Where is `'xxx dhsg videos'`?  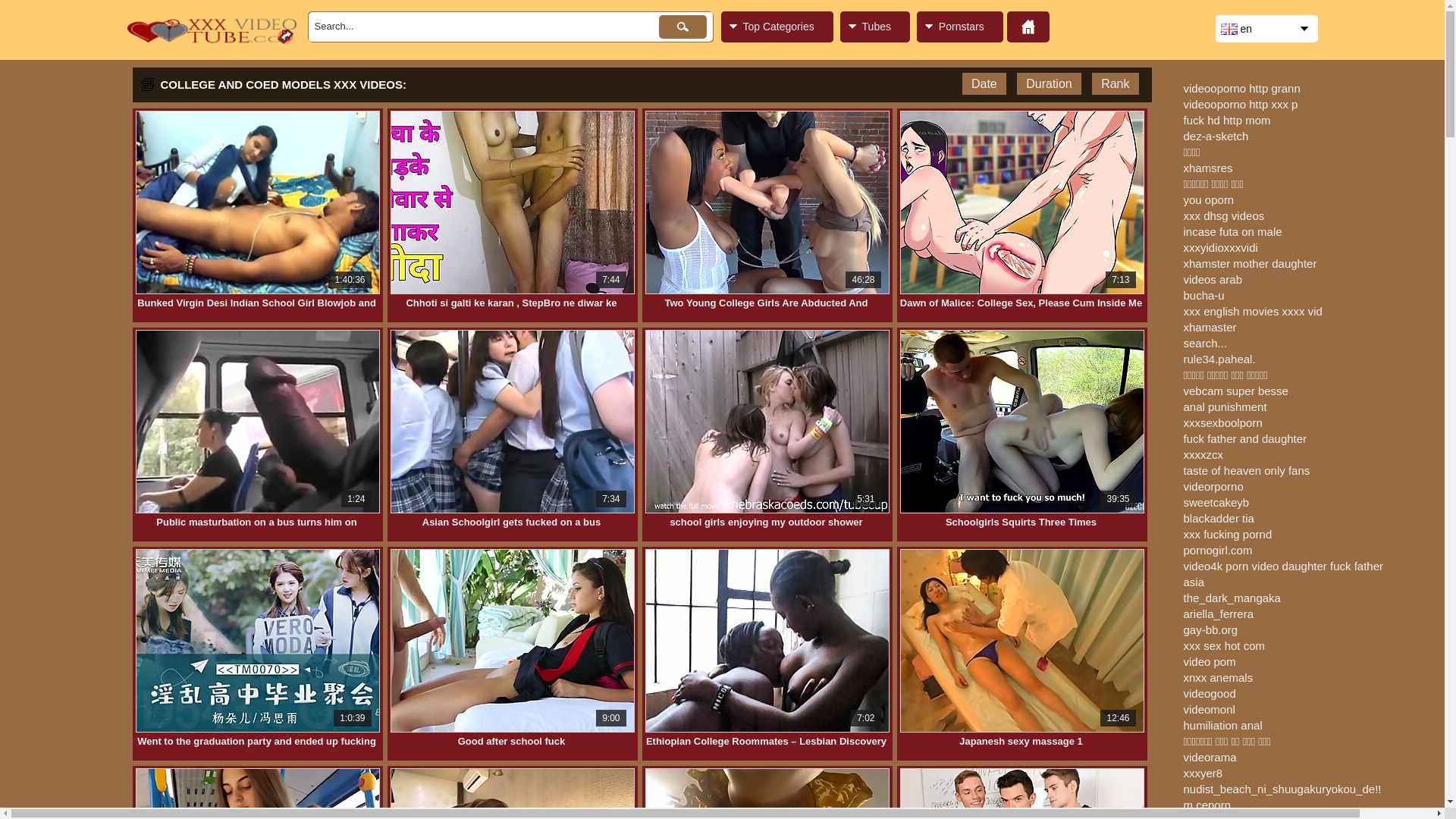 'xxx dhsg videos' is located at coordinates (1223, 215).